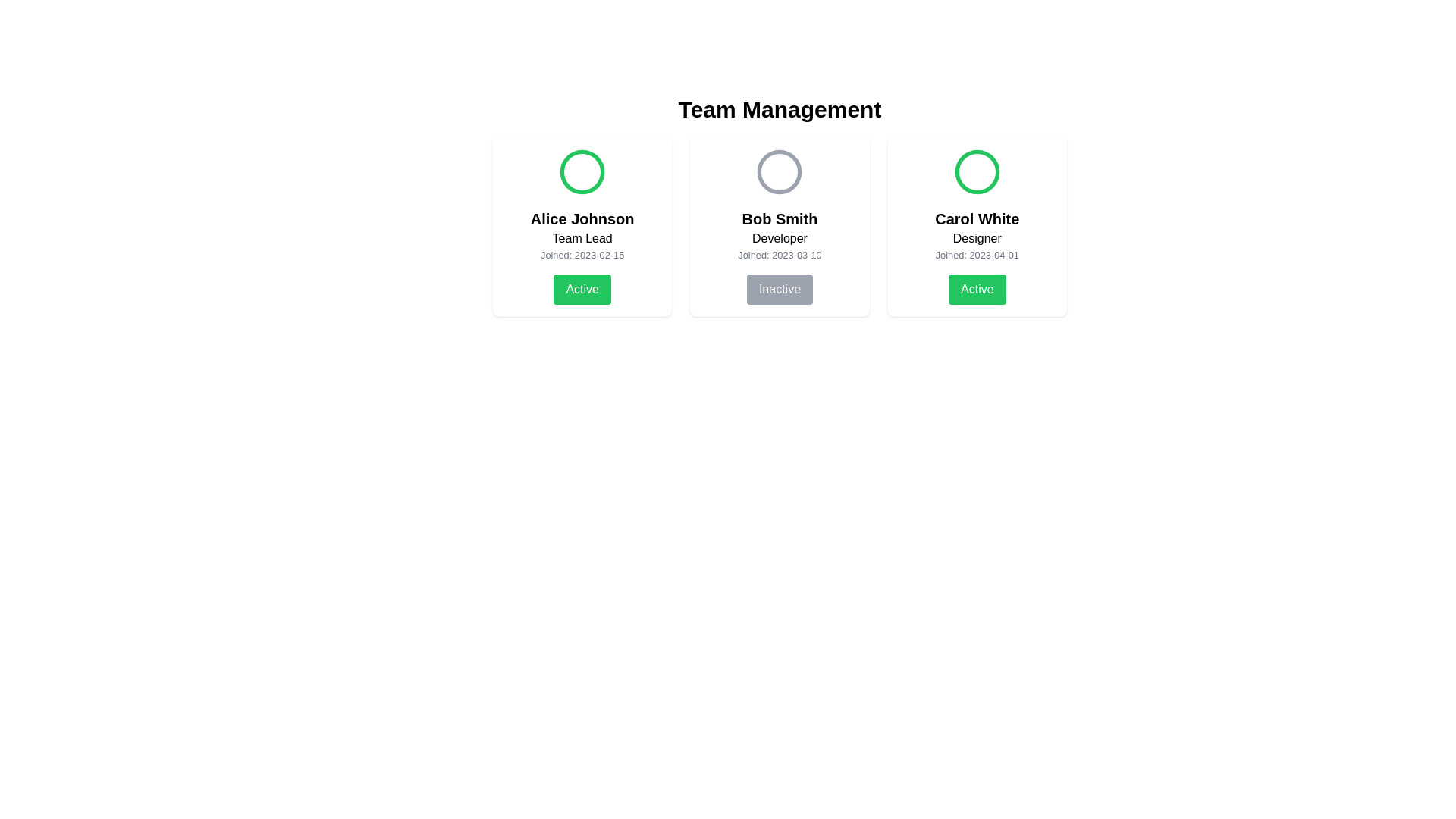  Describe the element at coordinates (582, 219) in the screenshot. I see `the text label displaying the name of a team member, which is located at the center of the first card in the 'Team Management' section, positioned between the green circle icon above and the 'Team Lead' label below` at that location.